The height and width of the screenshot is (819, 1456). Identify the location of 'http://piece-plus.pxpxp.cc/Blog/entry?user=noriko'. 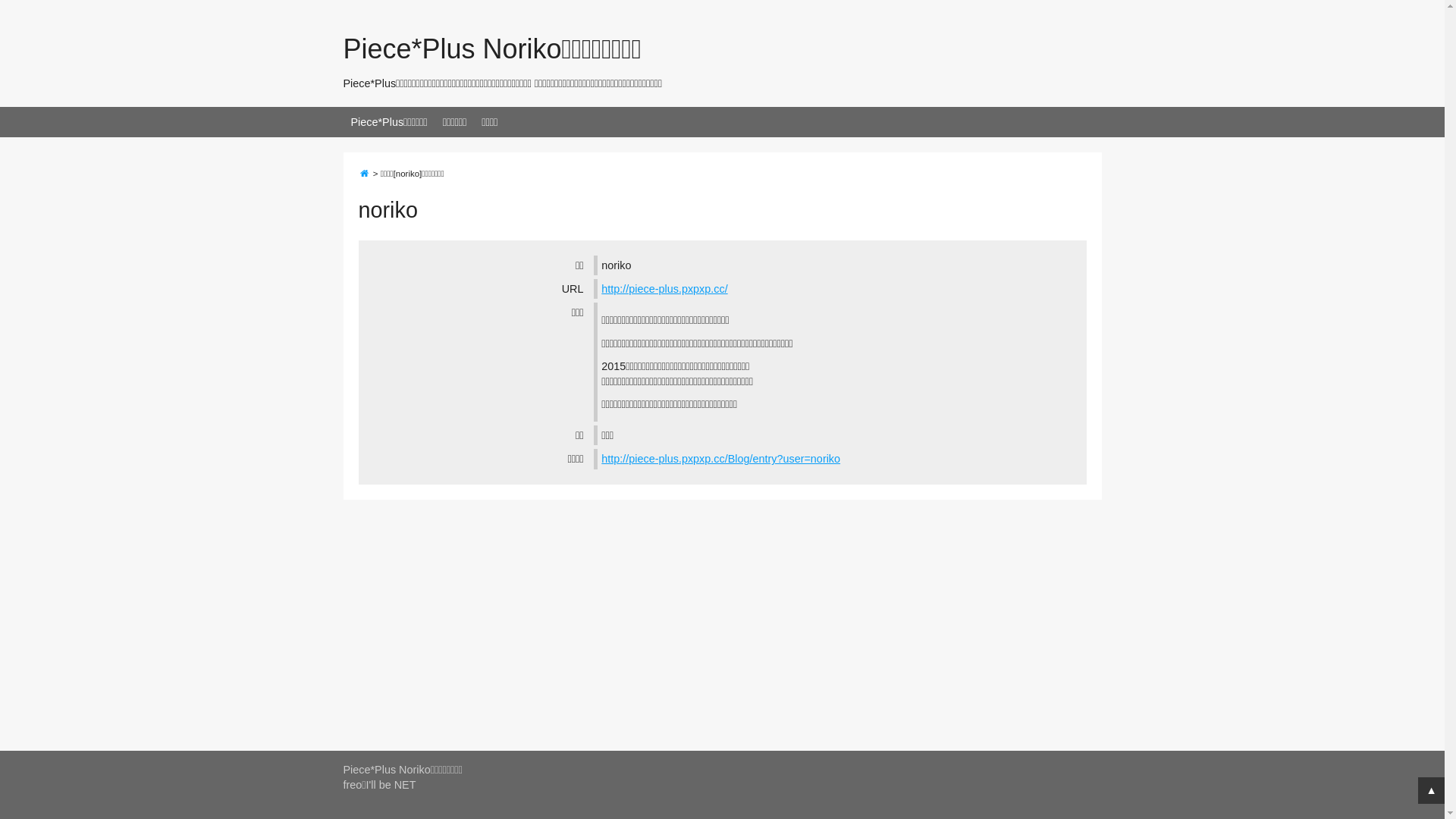
(720, 458).